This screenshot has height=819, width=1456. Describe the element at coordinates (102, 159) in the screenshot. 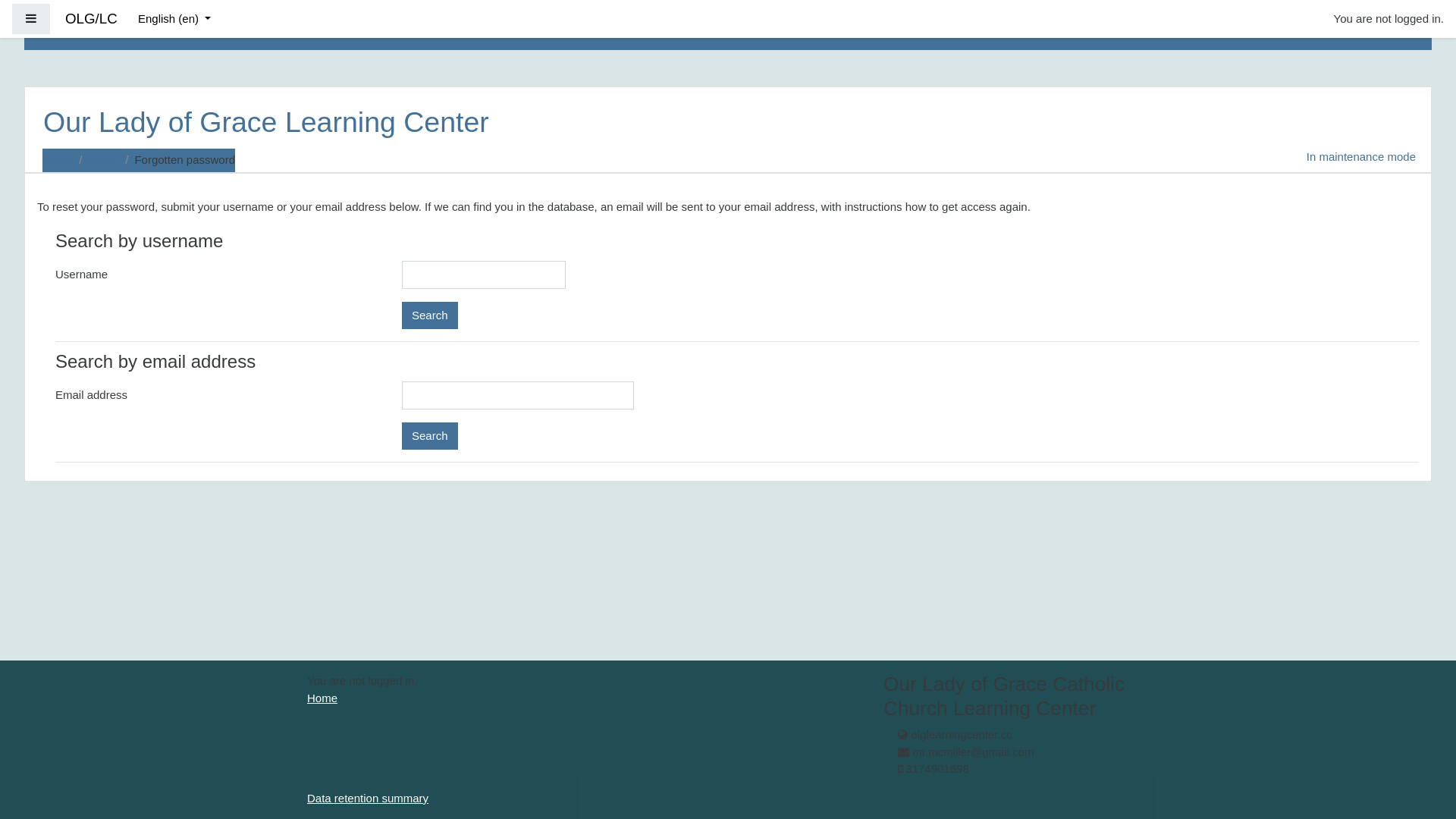

I see `'Log in'` at that location.